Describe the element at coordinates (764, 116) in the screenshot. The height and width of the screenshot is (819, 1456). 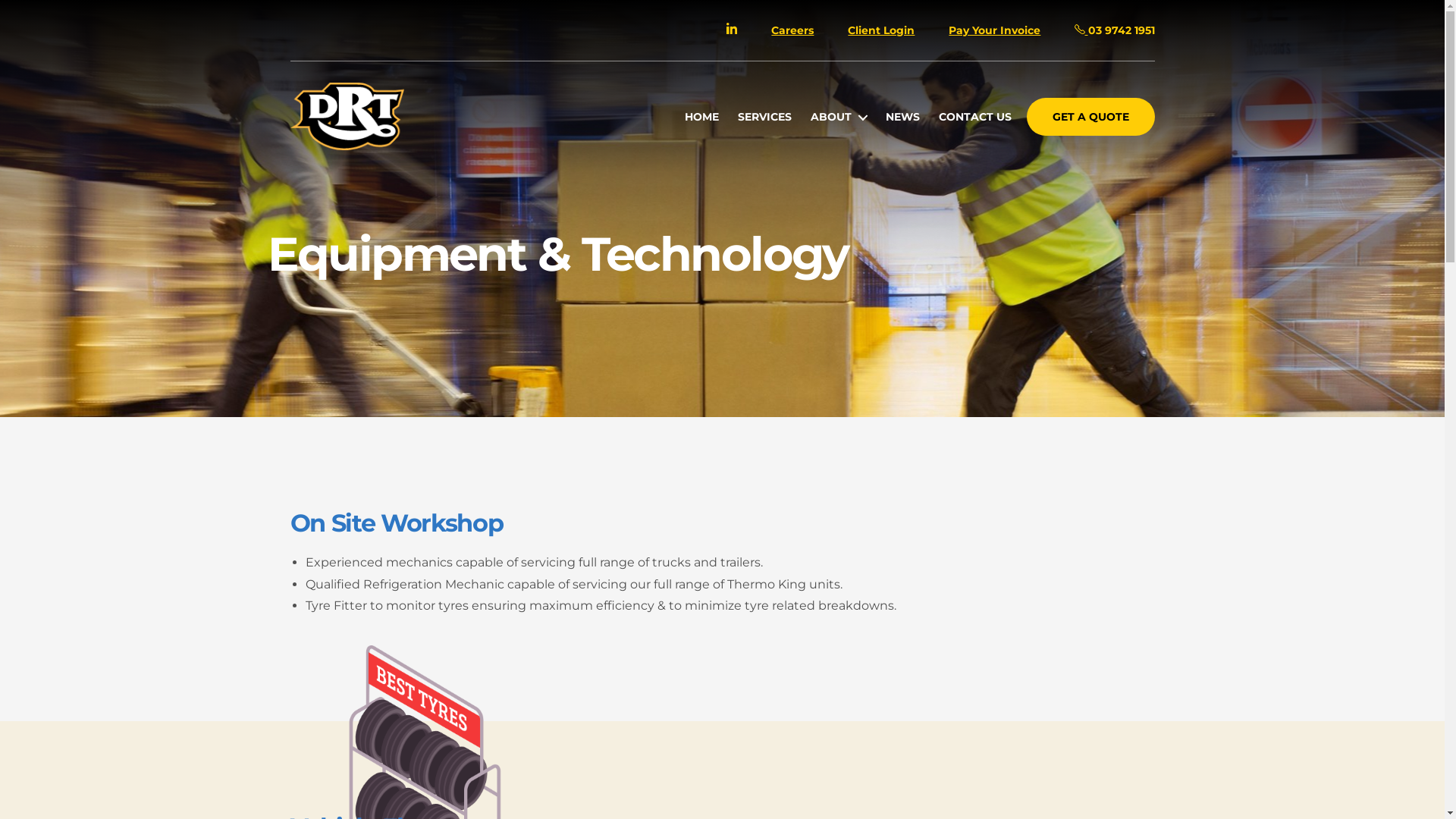
I see `'SERVICES'` at that location.